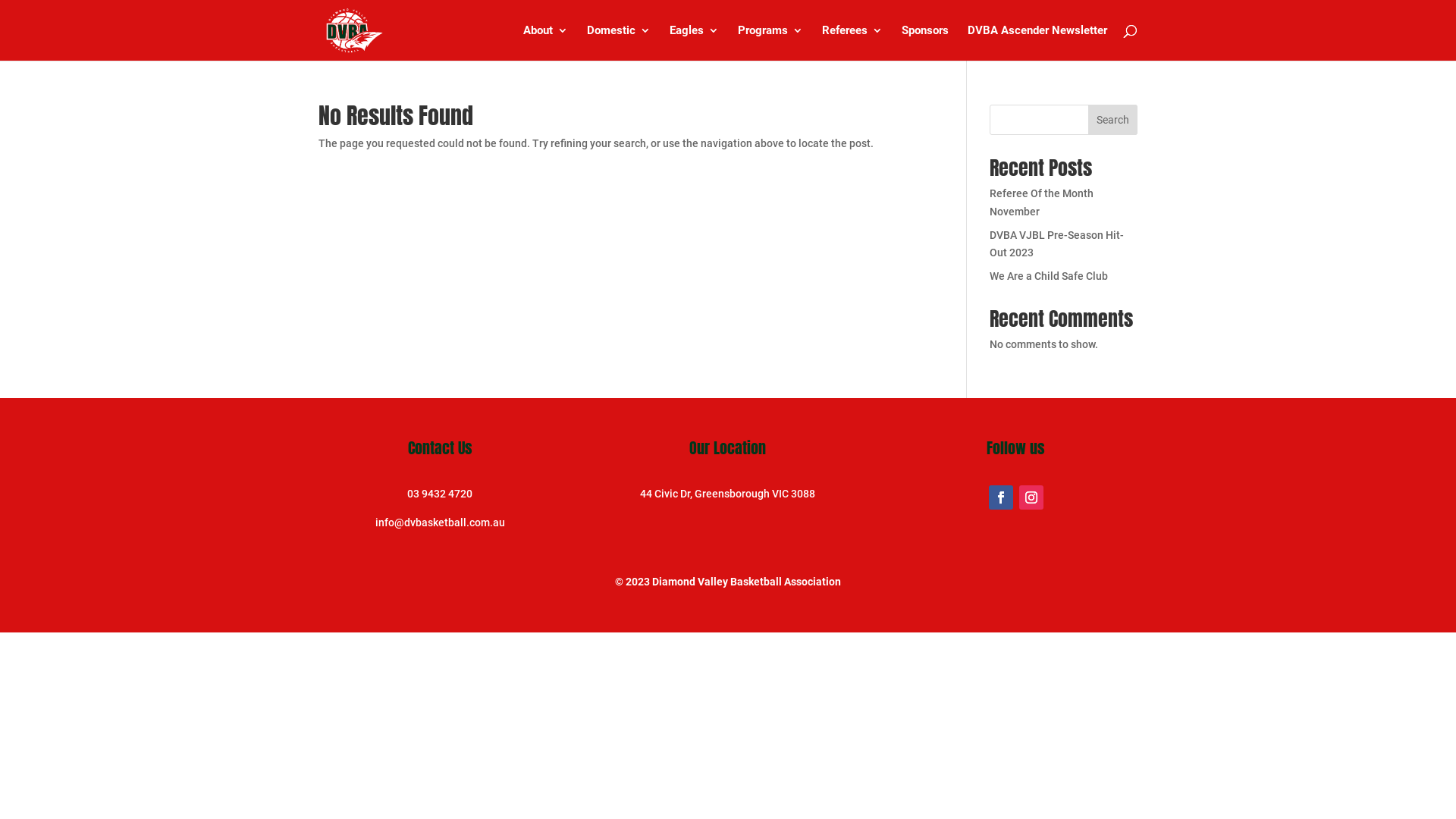 Image resolution: width=1456 pixels, height=819 pixels. Describe the element at coordinates (619, 42) in the screenshot. I see `'Domestic'` at that location.